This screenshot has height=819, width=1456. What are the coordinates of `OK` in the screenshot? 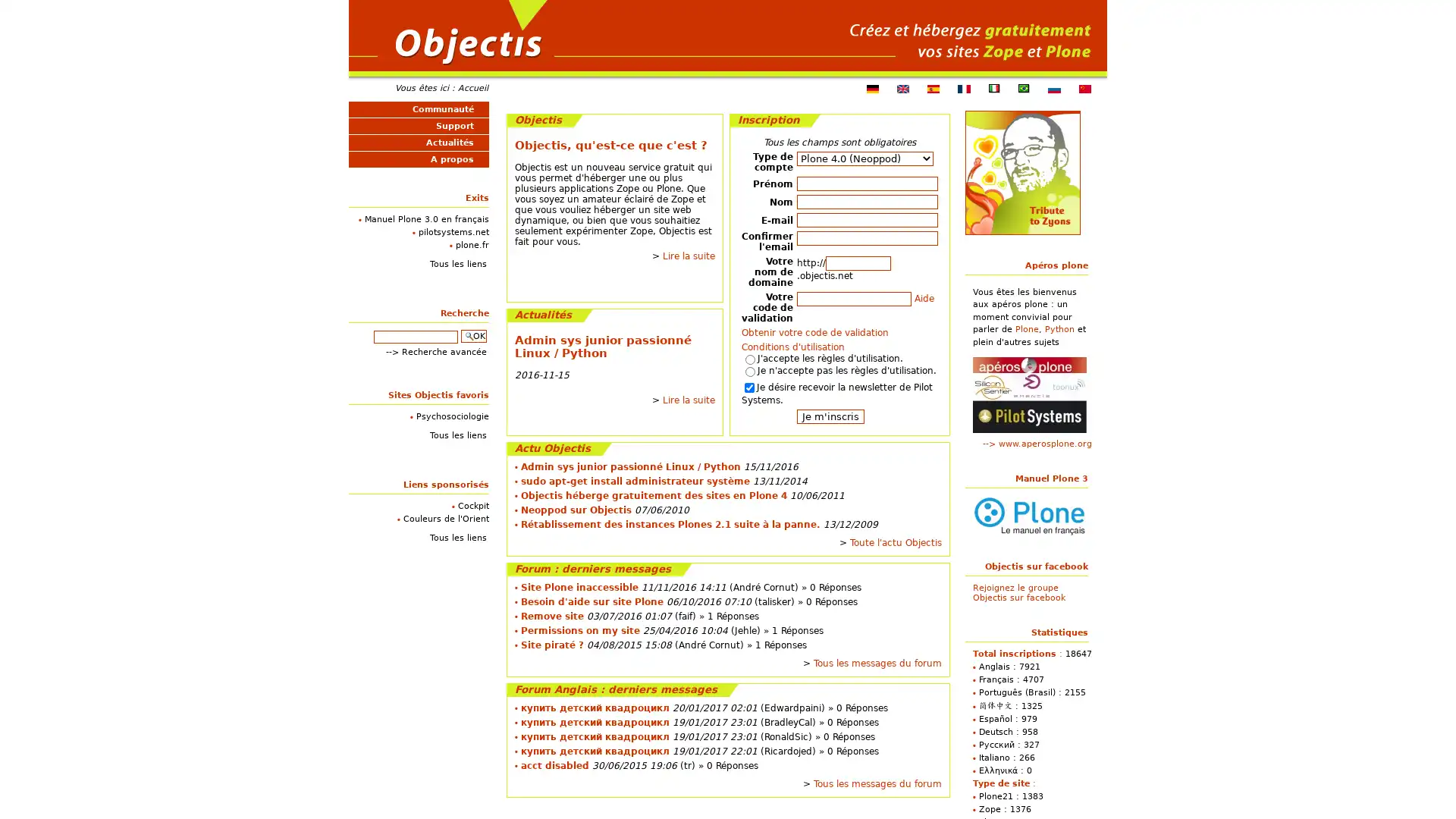 It's located at (472, 335).